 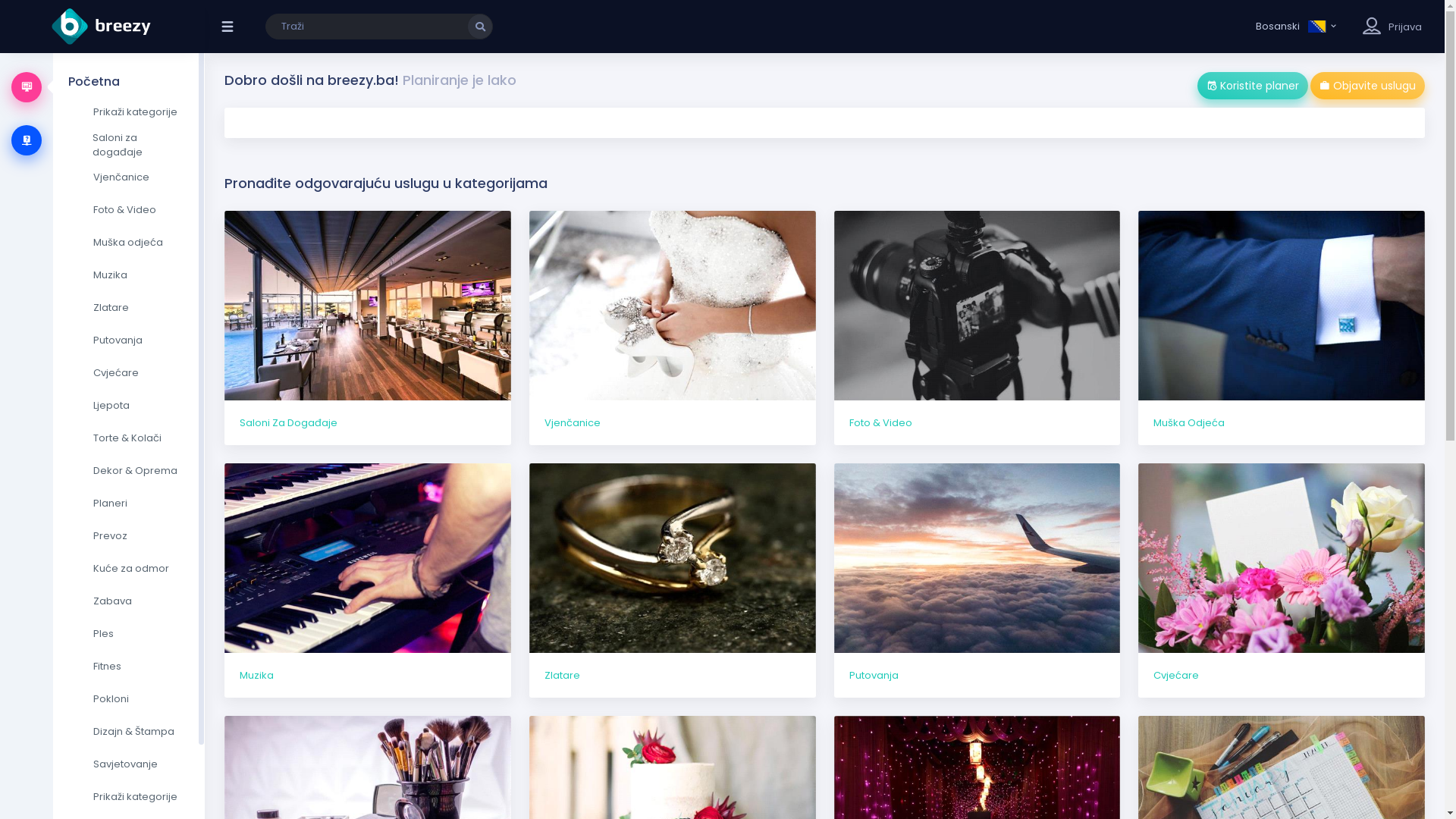 What do you see at coordinates (977, 327) in the screenshot?
I see `'Foto & Video'` at bounding box center [977, 327].